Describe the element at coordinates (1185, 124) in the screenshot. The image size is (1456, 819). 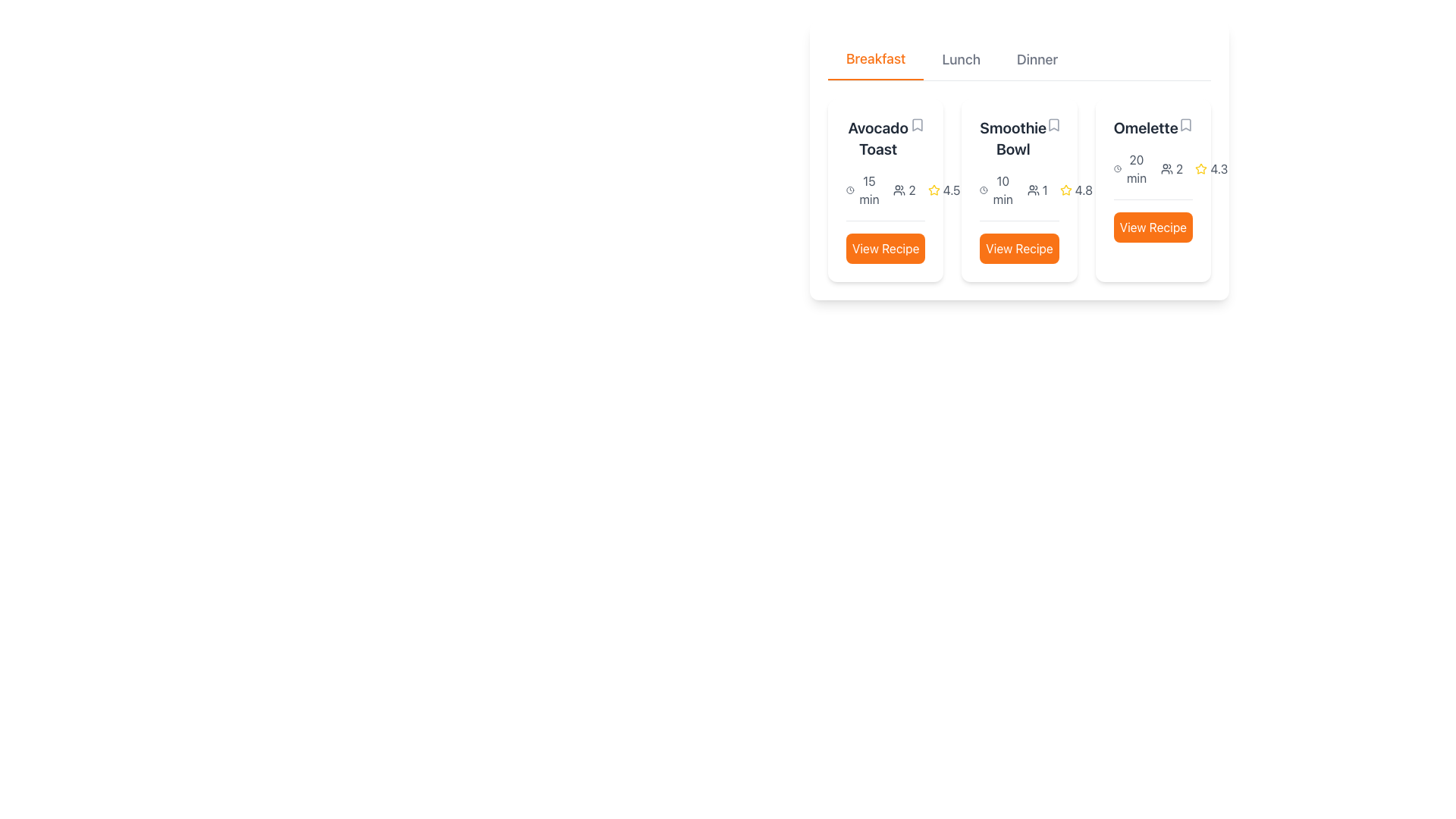
I see `the bookmark toggle Icon button located to the right of the 'Omelette' title` at that location.